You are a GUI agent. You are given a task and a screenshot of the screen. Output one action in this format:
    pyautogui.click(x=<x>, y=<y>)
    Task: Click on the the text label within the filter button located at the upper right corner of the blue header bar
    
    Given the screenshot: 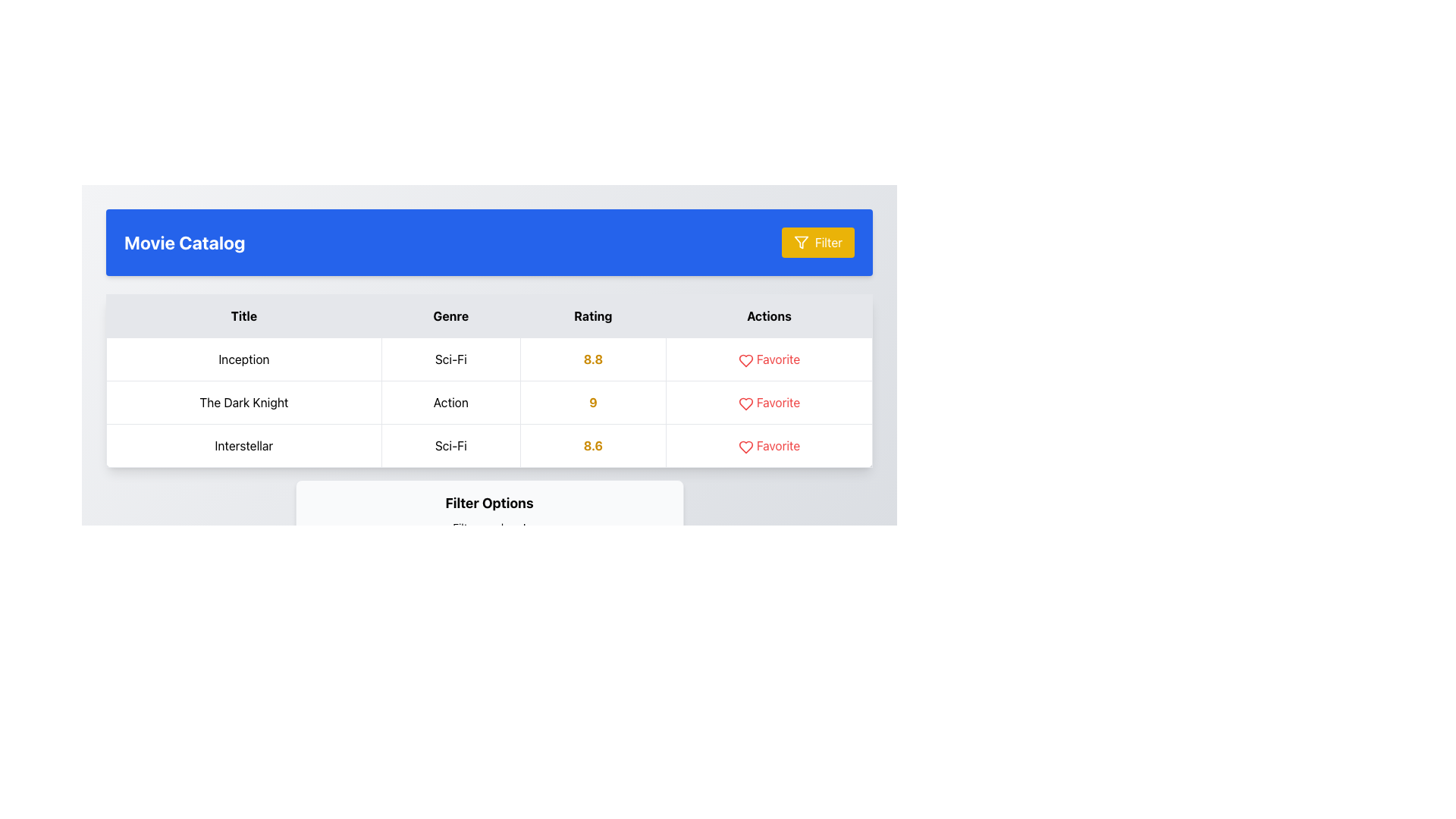 What is the action you would take?
    pyautogui.click(x=827, y=242)
    